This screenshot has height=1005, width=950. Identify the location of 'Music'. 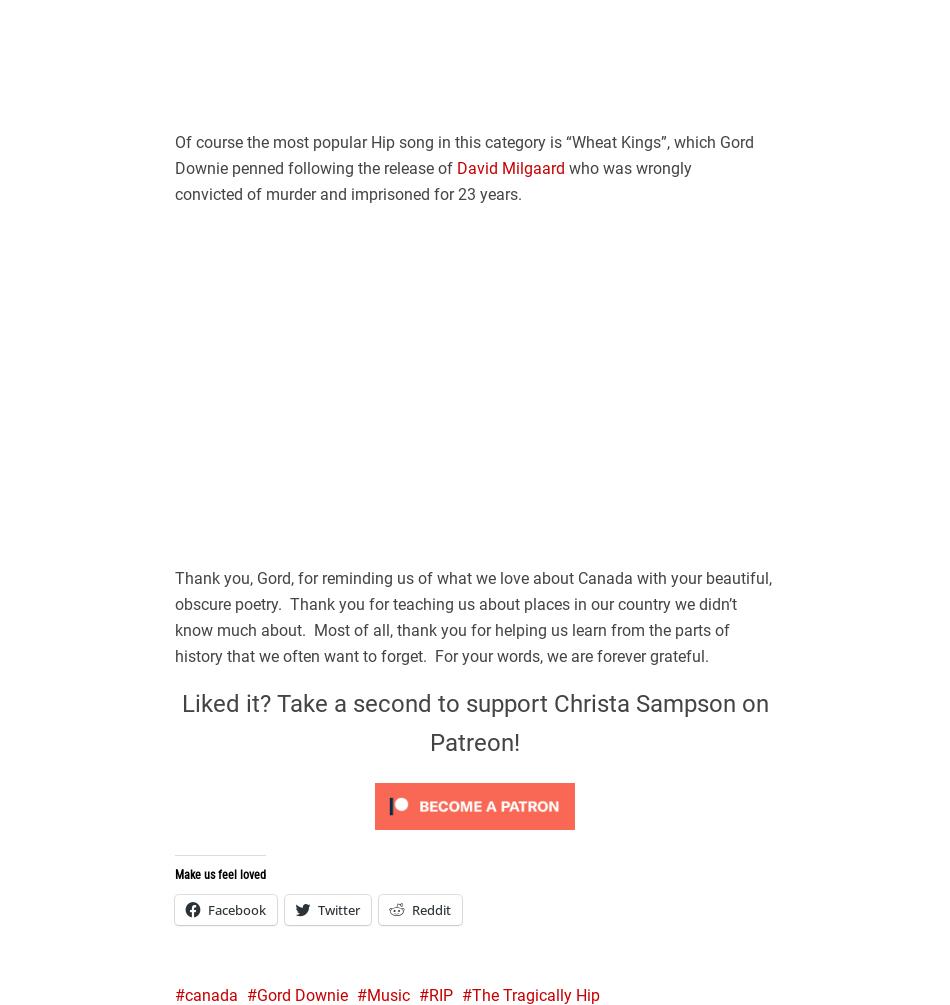
(387, 993).